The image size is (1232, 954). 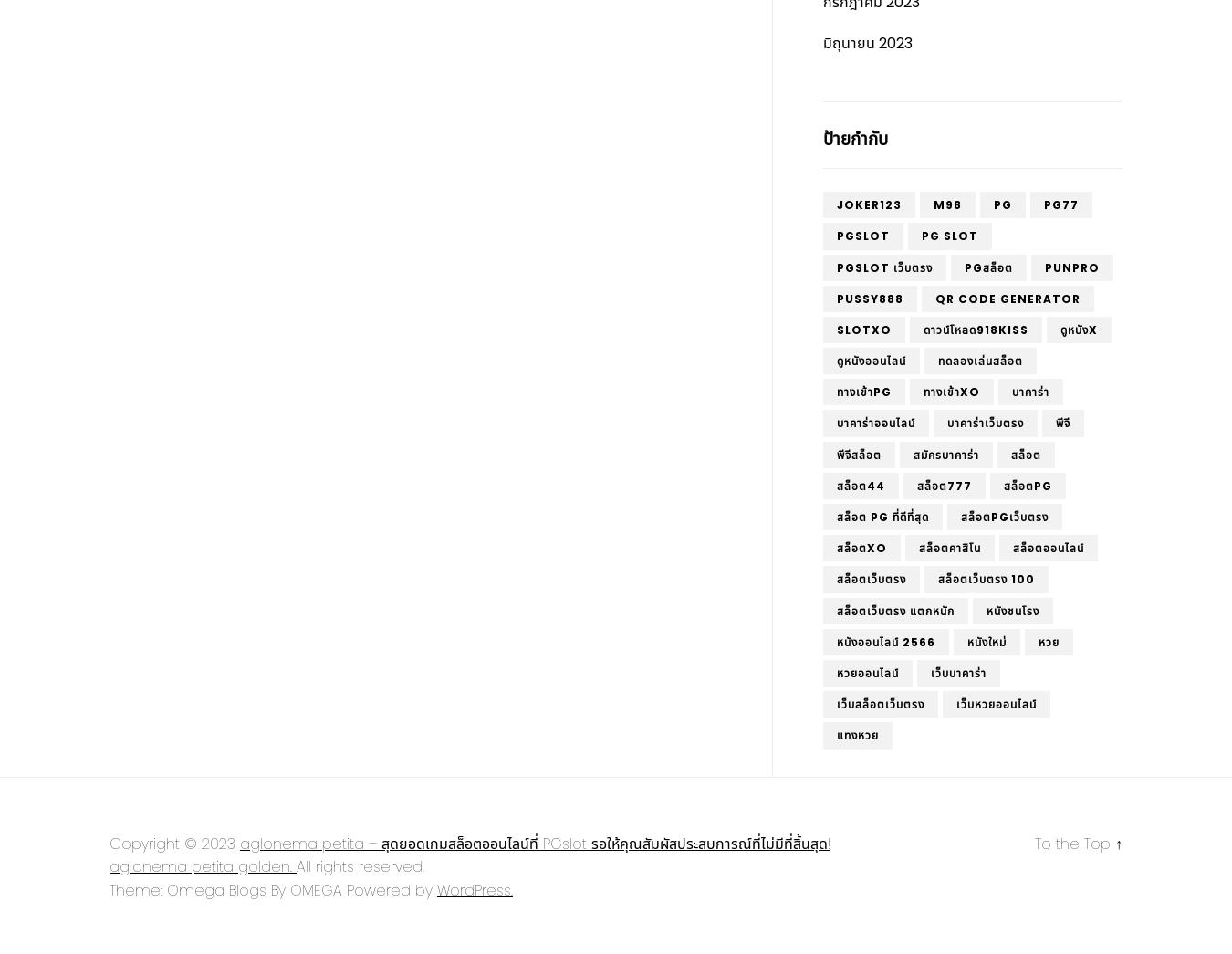 I want to click on 'PGSlot', so click(x=861, y=235).